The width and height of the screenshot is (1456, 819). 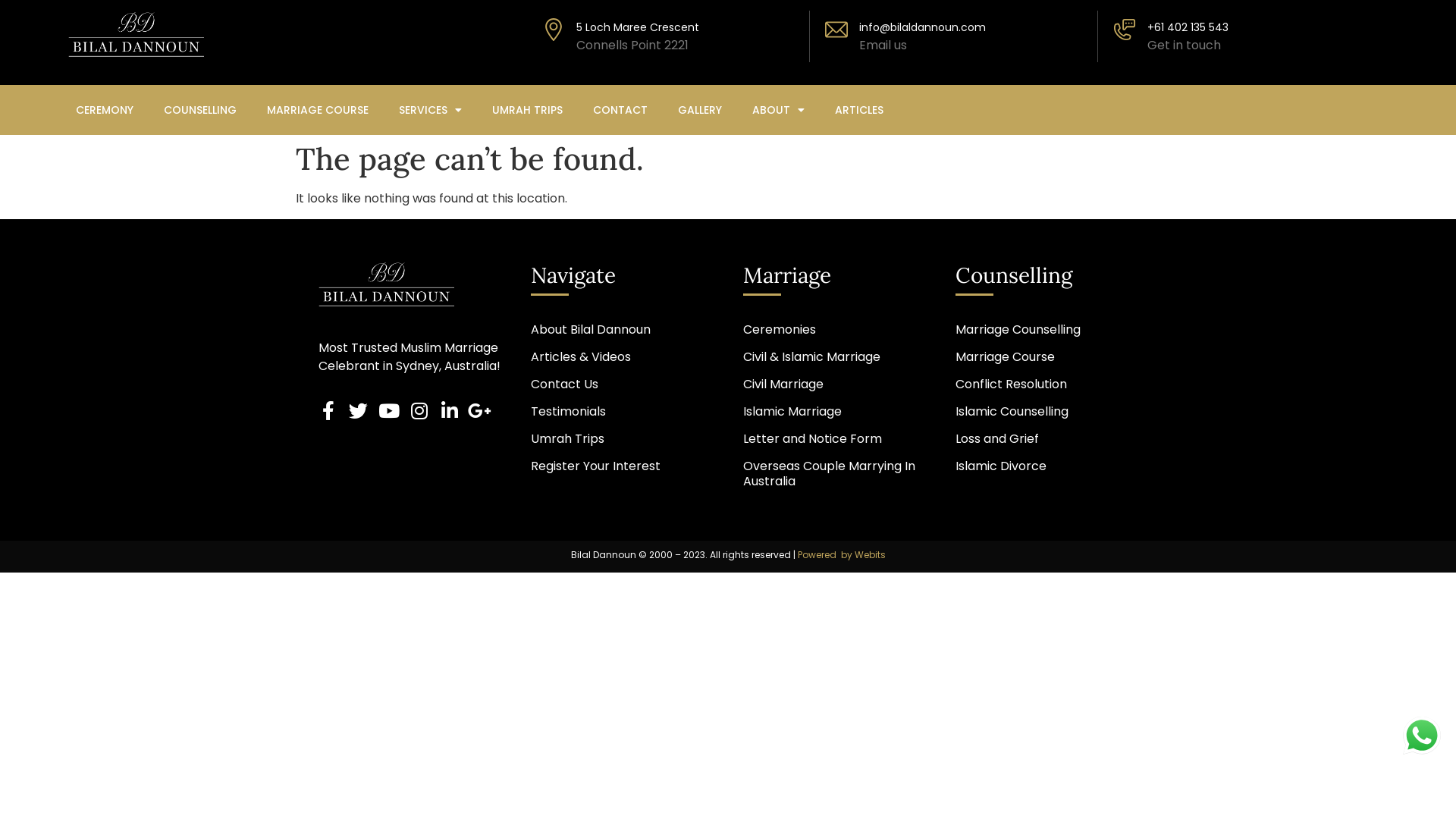 What do you see at coordinates (833, 383) in the screenshot?
I see `'Civil Marriage'` at bounding box center [833, 383].